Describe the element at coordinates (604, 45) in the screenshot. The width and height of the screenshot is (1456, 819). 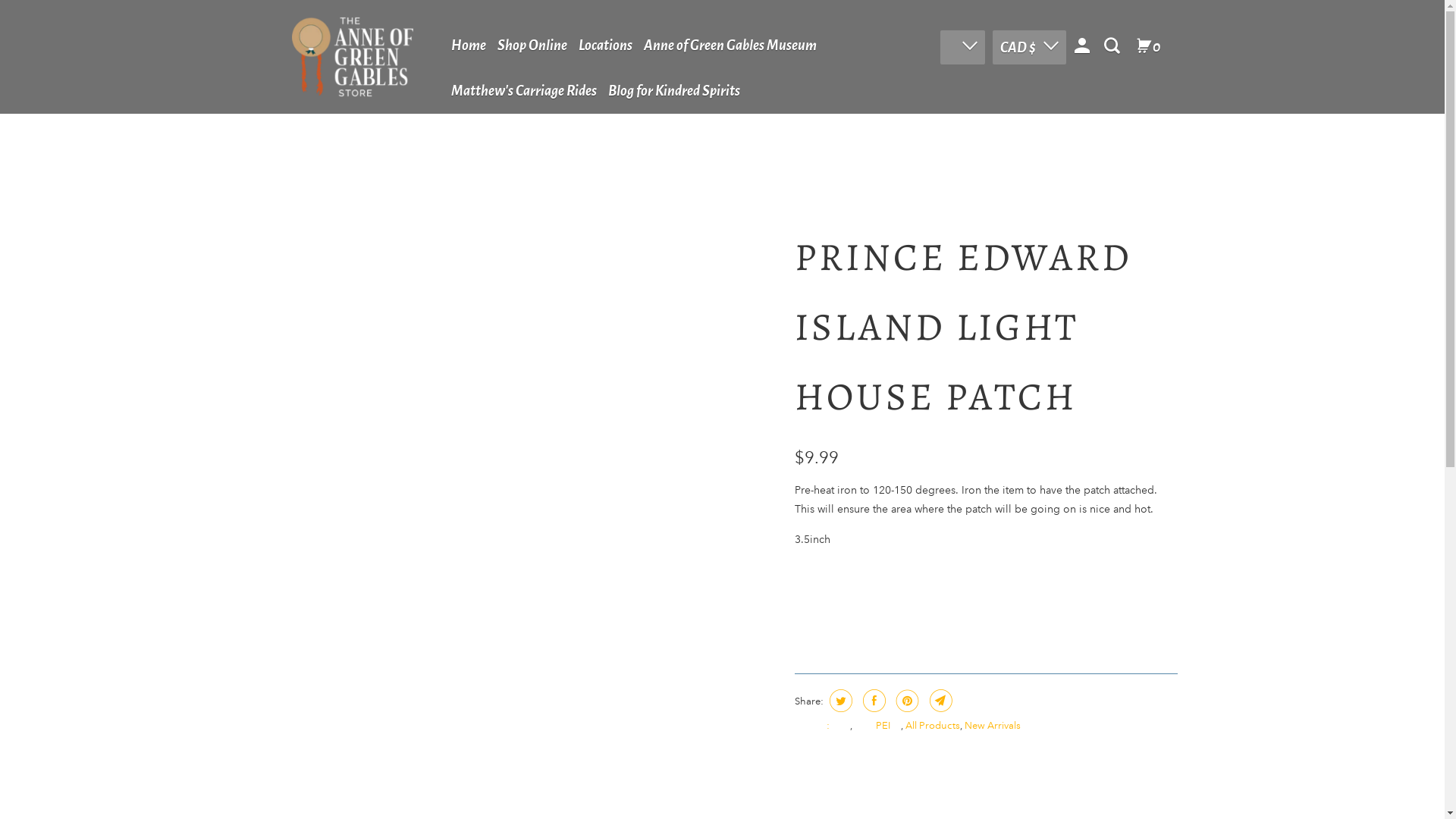
I see `'Locations'` at that location.